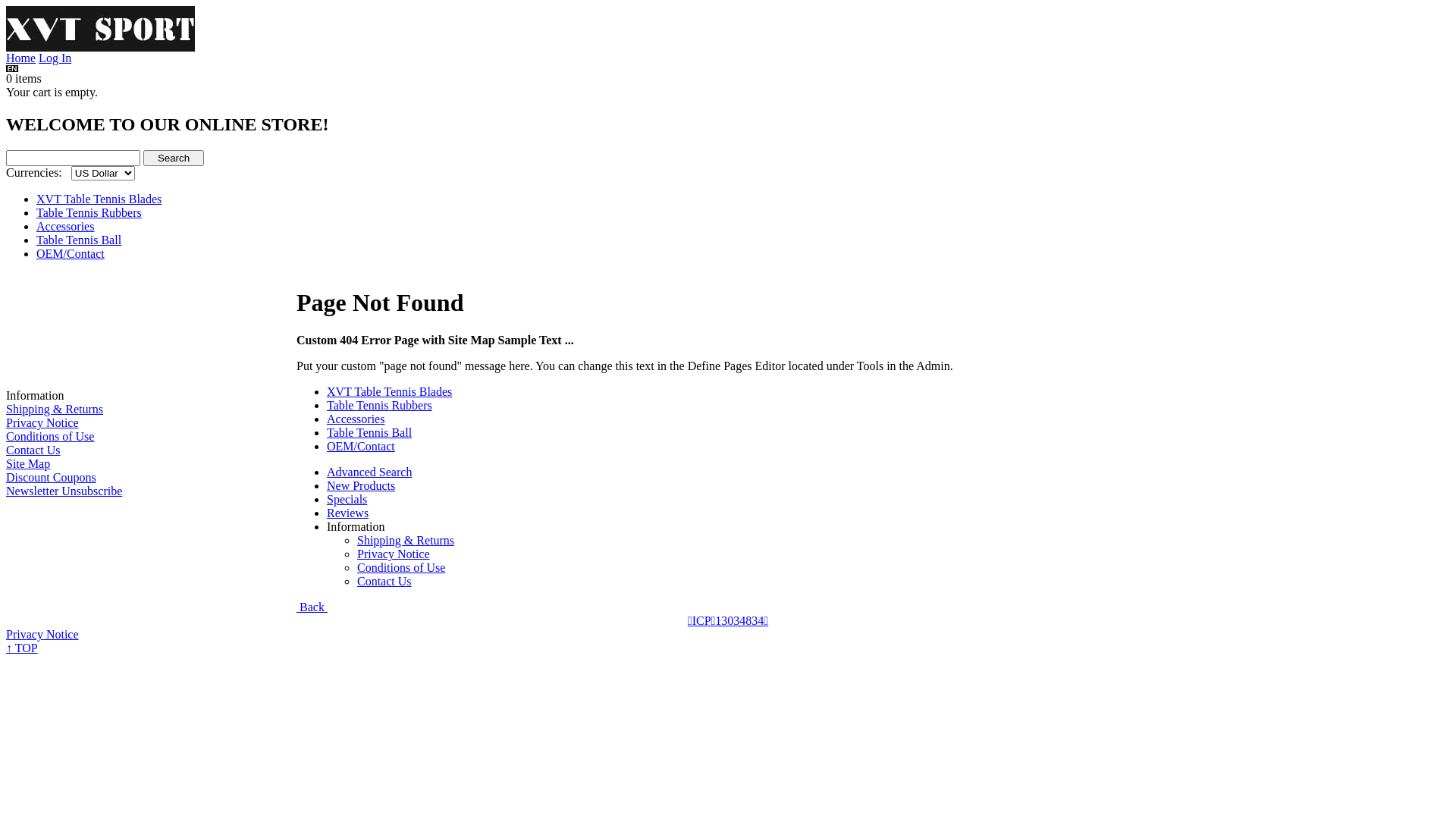 The image size is (1456, 819). I want to click on 'Newsletter Unsubscribe', so click(63, 491).